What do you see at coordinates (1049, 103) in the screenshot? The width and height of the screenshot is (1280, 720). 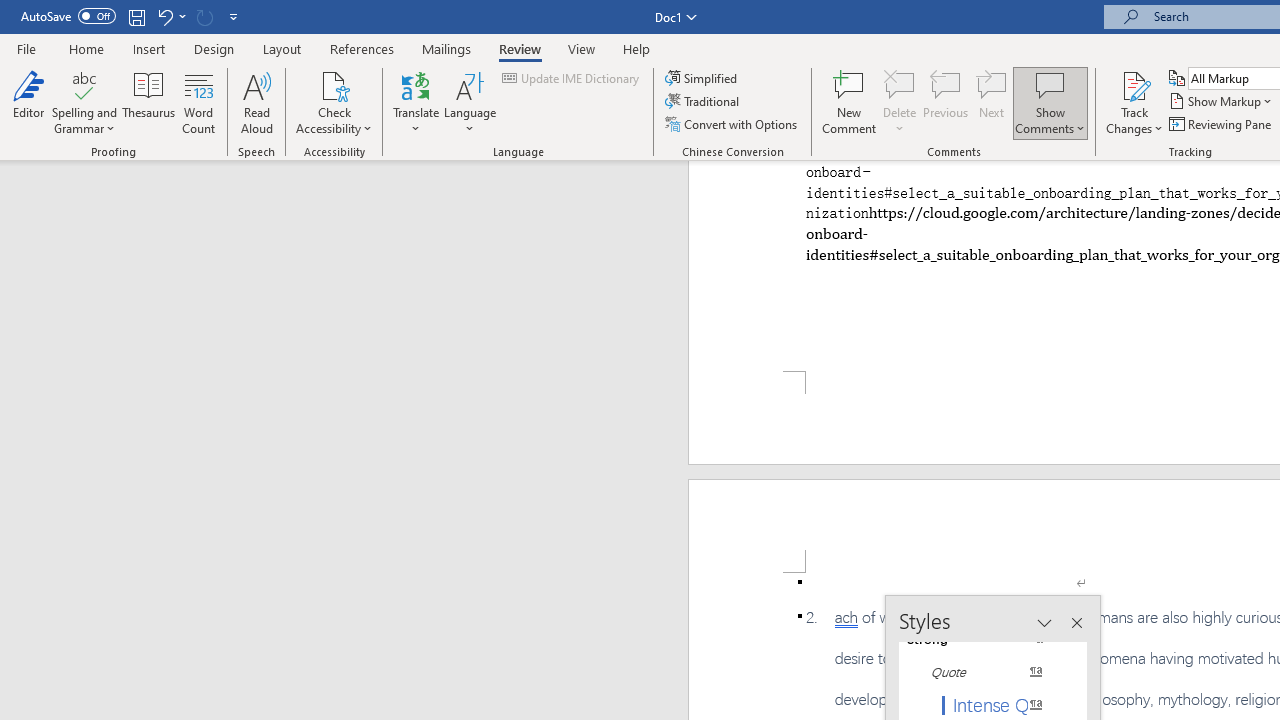 I see `'Show Comments'` at bounding box center [1049, 103].